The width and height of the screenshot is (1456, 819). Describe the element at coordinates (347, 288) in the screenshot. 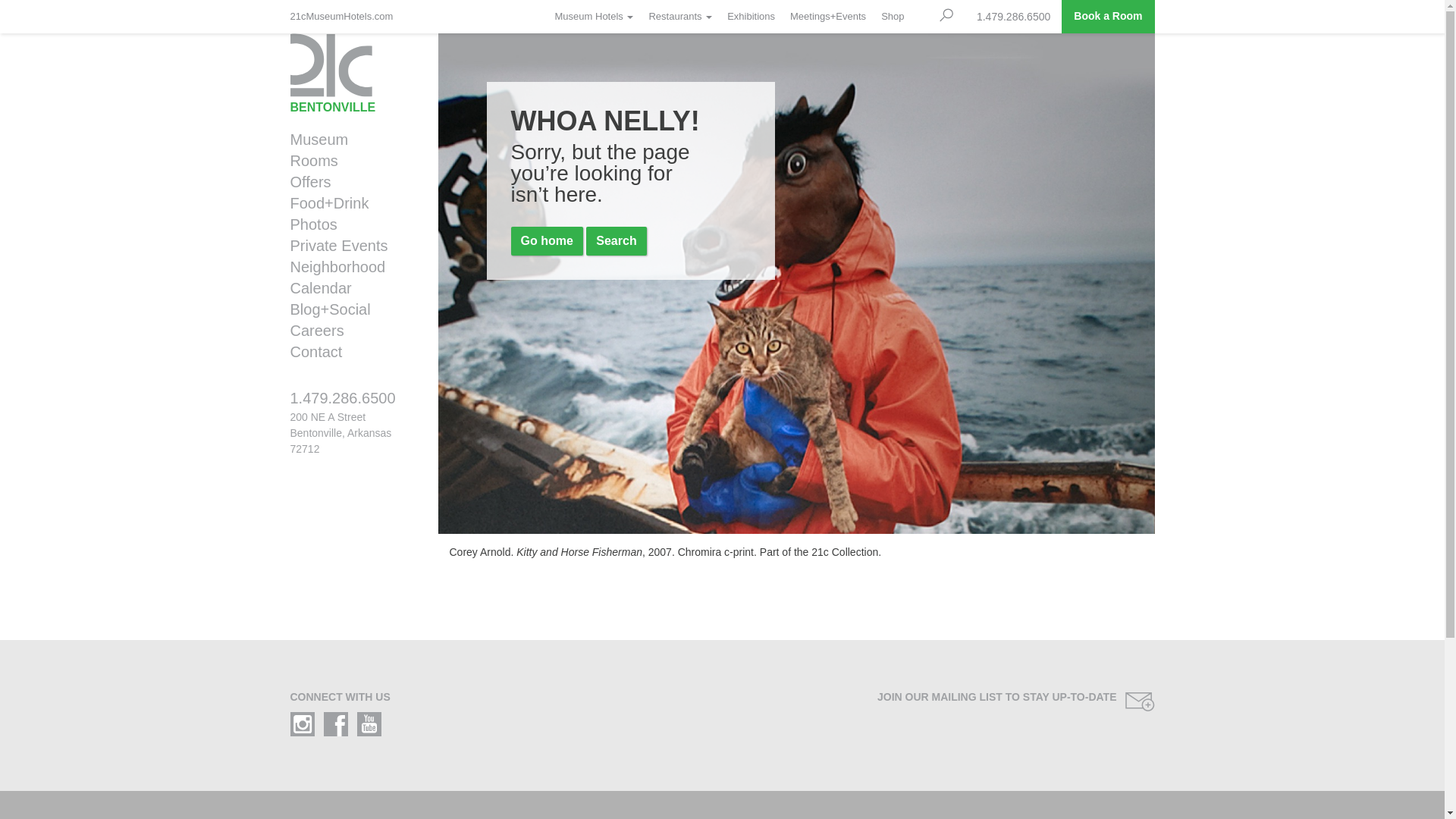

I see `'Calendar'` at that location.